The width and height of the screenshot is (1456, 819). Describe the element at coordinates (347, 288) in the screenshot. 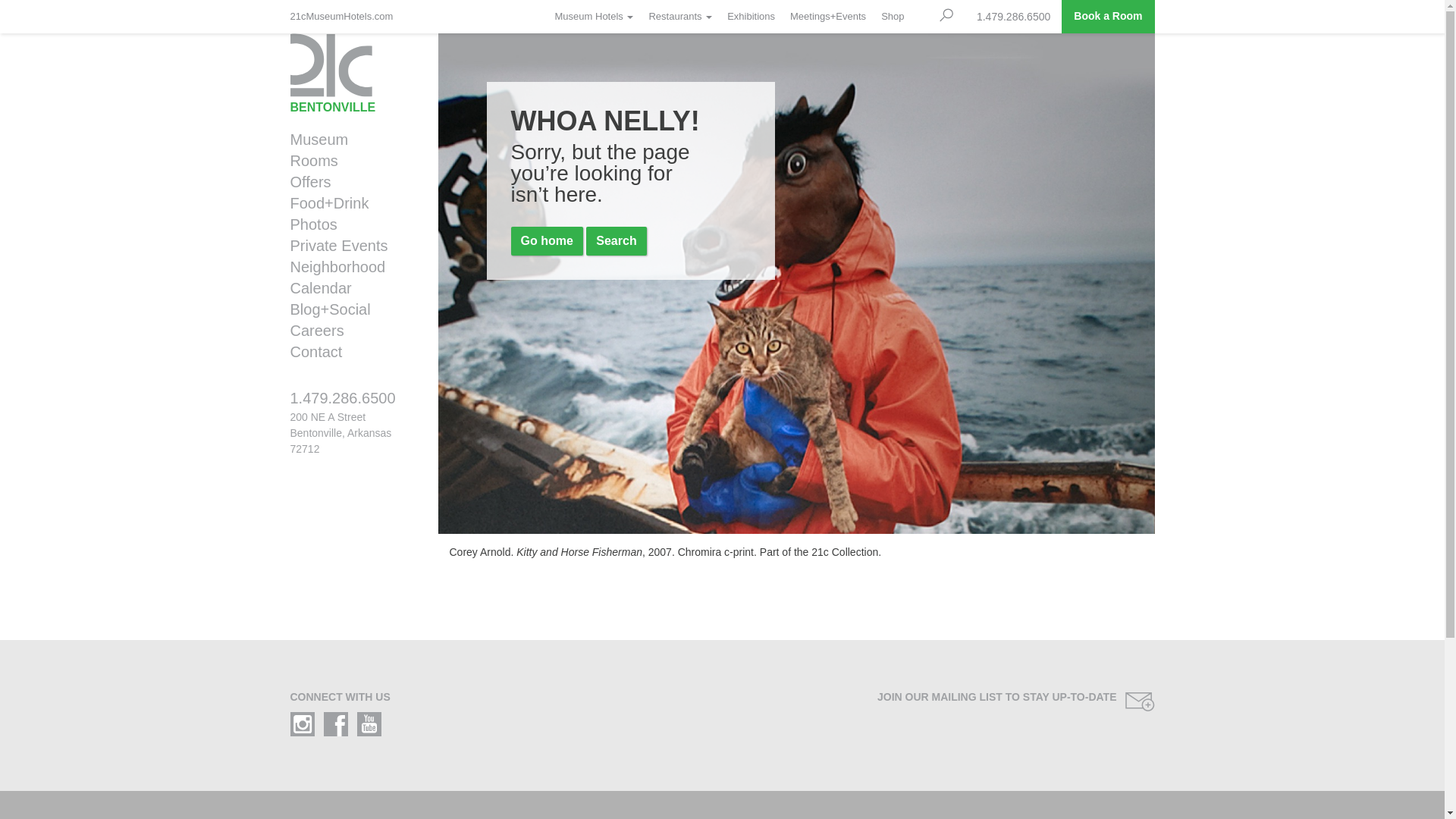

I see `'Calendar'` at that location.